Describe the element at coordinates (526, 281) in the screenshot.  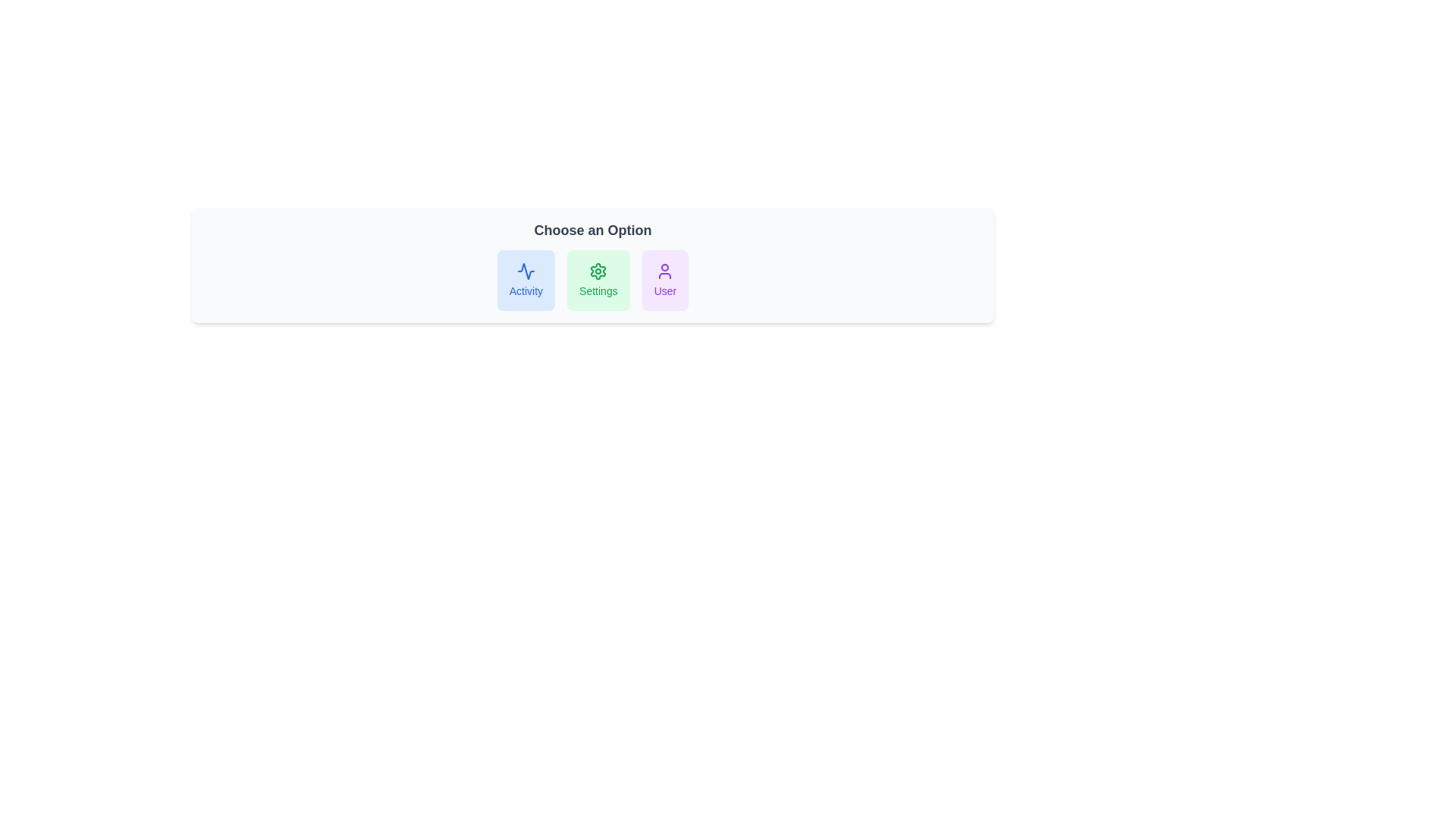
I see `the light blue button labeled 'Activity'` at that location.